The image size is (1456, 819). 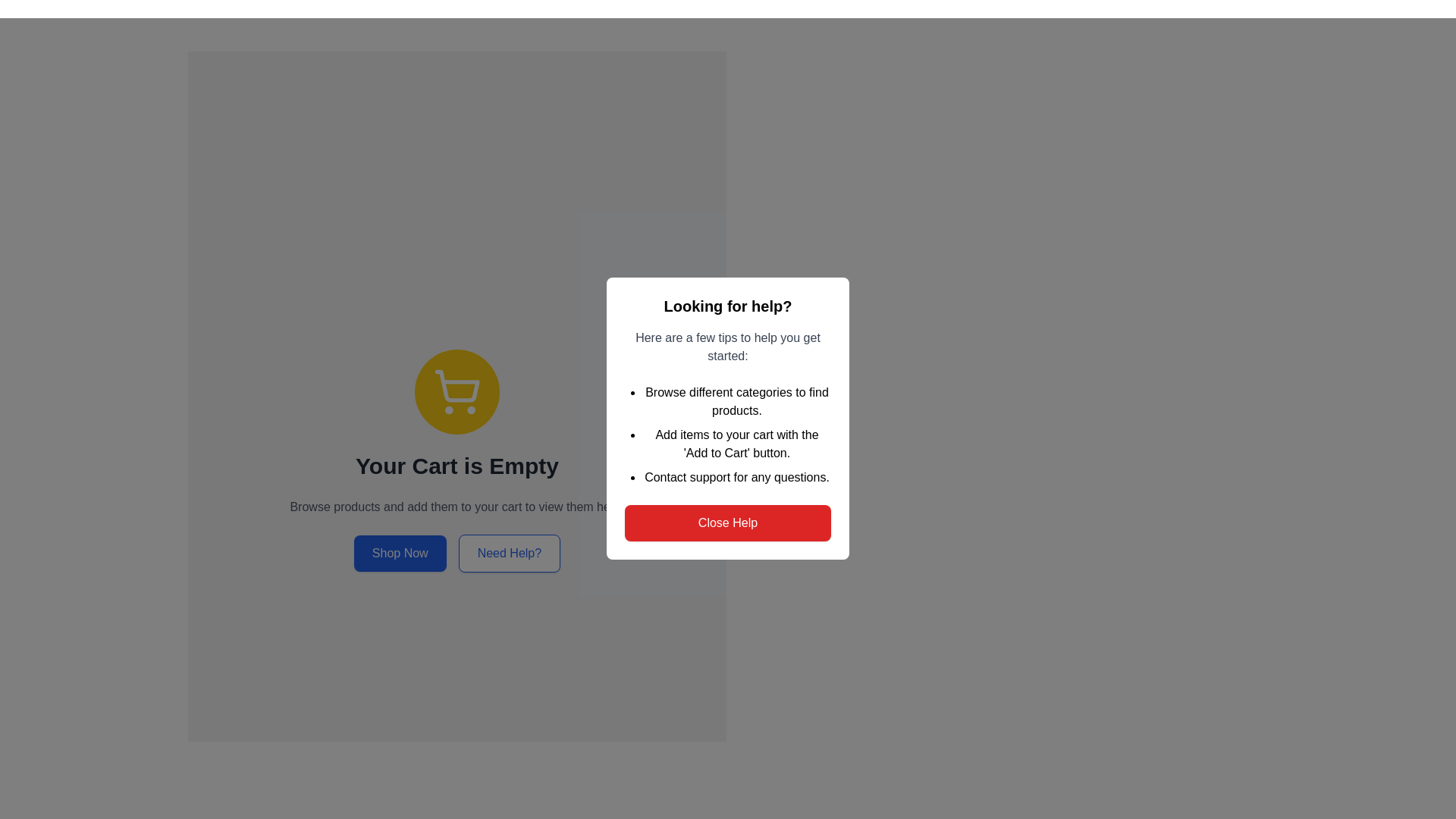 What do you see at coordinates (457, 553) in the screenshot?
I see `the 'Need Help?' button, which is part of a composite element consisting of two buttons positioned below the text 'Browse products and add them to your cart` at bounding box center [457, 553].